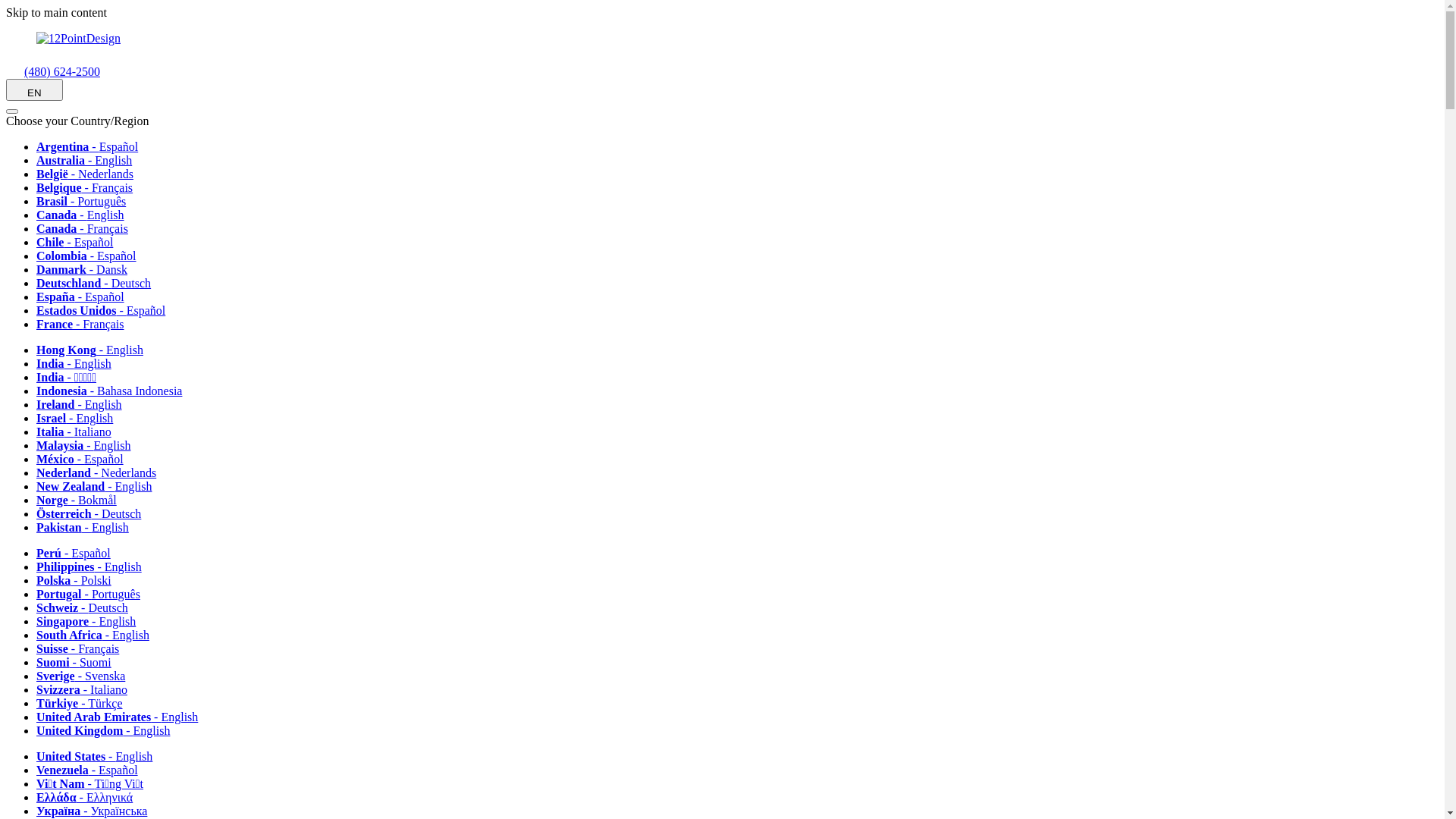 The image size is (1456, 819). What do you see at coordinates (78, 431) in the screenshot?
I see `'Italia - Italiano'` at bounding box center [78, 431].